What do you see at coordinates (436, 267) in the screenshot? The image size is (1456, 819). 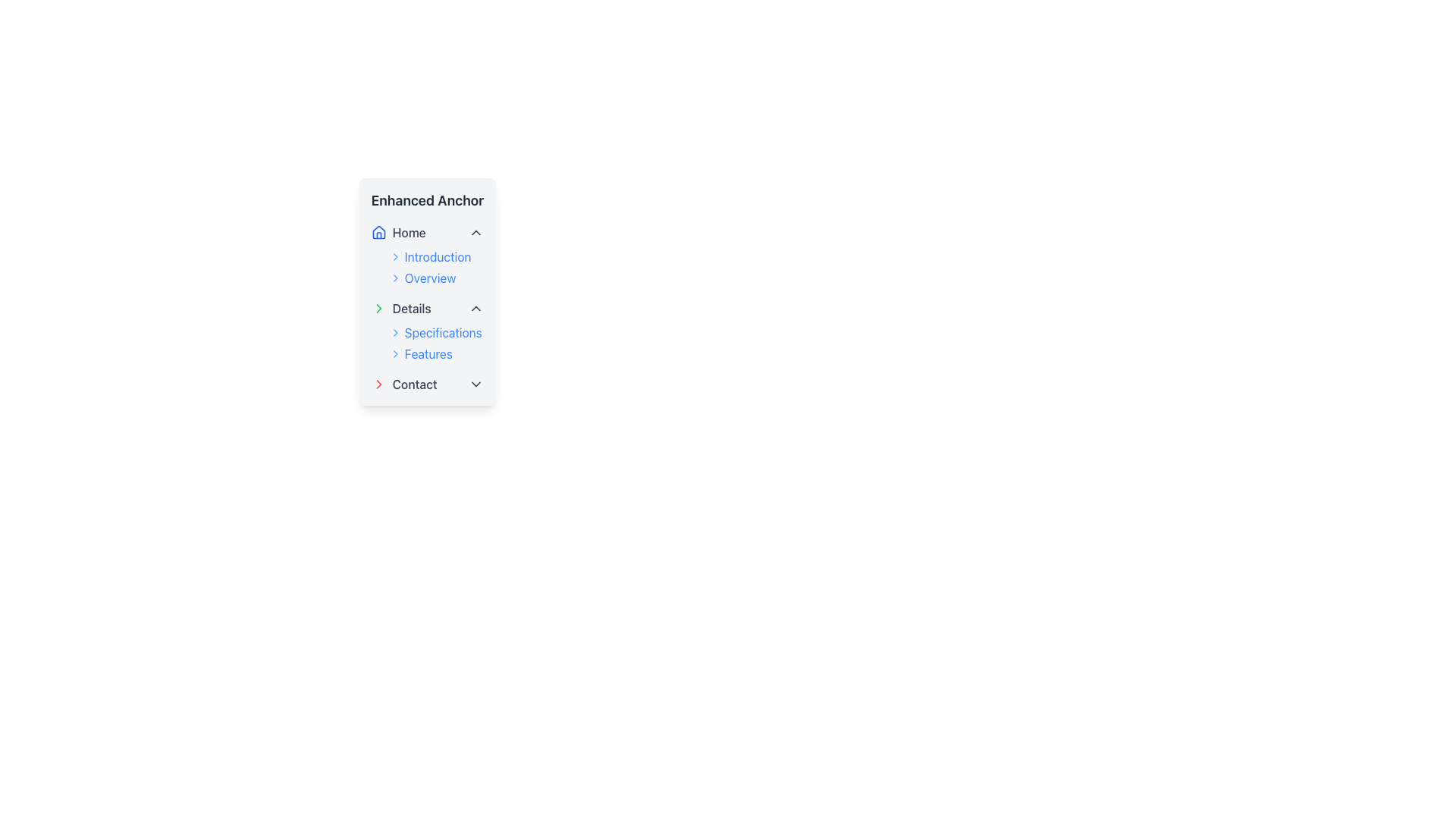 I see `the 'Introduction' navigation menu item located under the 'Home' section` at bounding box center [436, 267].